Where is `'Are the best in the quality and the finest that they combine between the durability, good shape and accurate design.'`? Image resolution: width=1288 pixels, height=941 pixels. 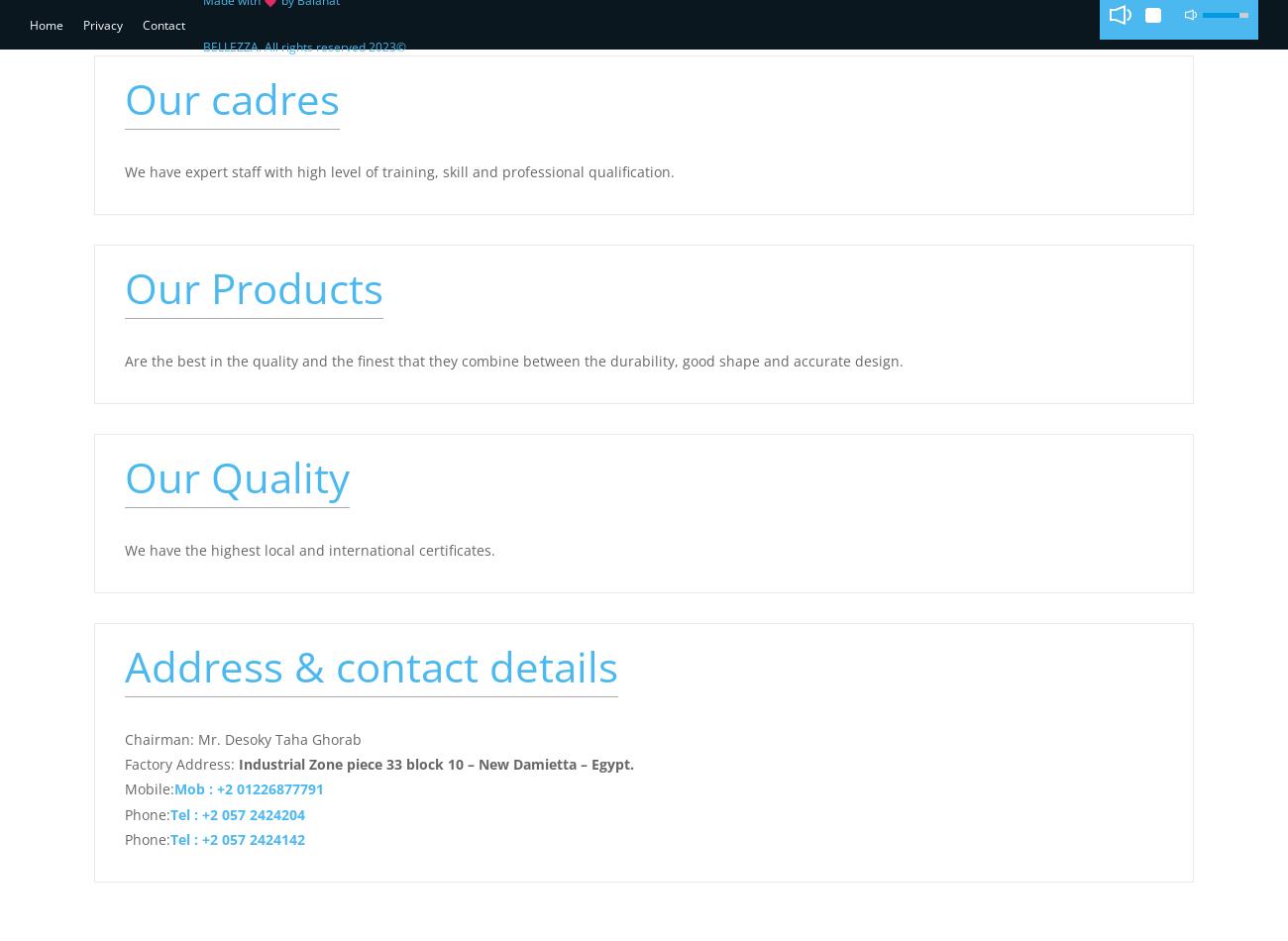 'Are the best in the quality and the finest that they combine between the durability, good shape and accurate design.' is located at coordinates (513, 359).